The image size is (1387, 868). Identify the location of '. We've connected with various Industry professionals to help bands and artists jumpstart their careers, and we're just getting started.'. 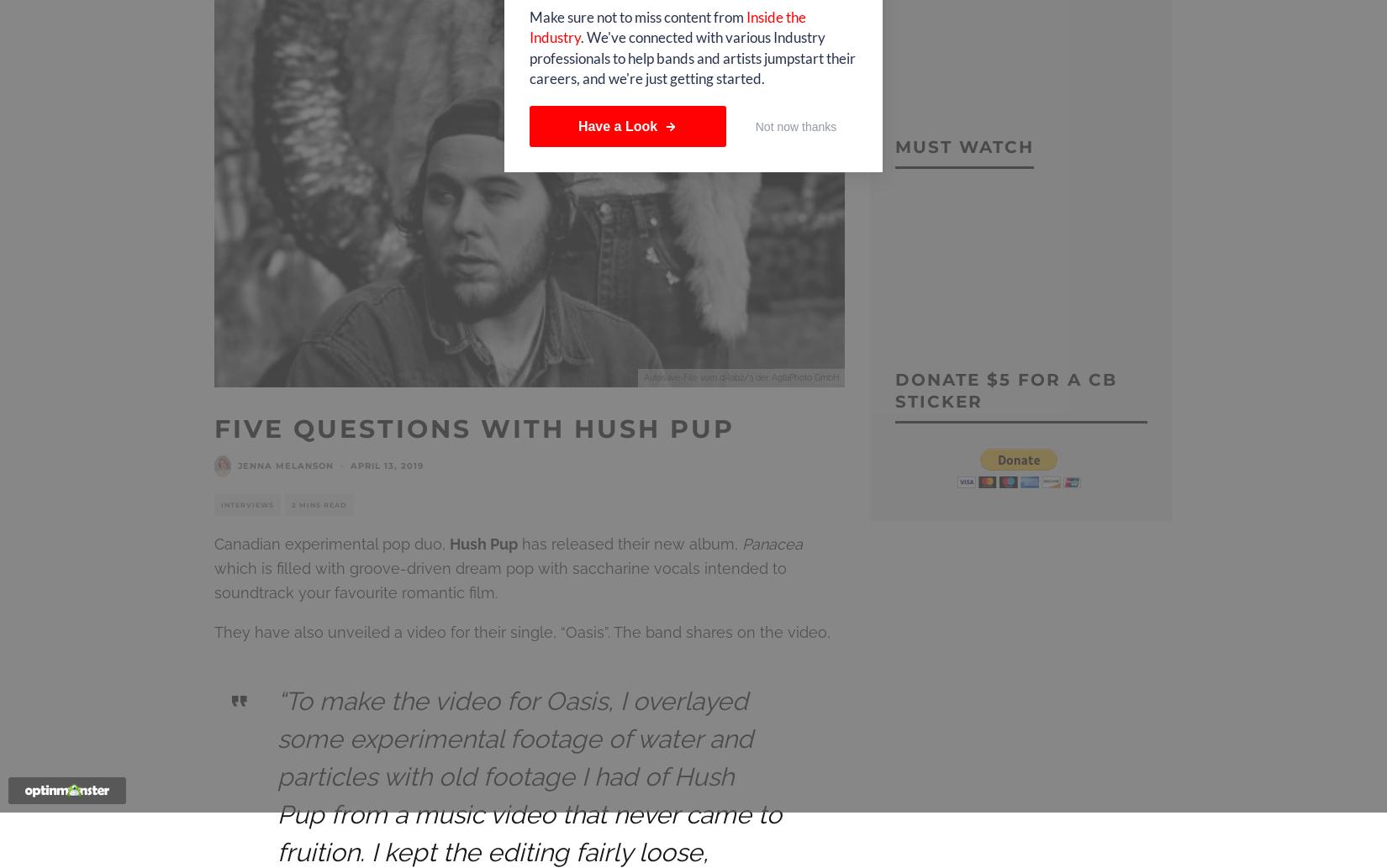
(528, 57).